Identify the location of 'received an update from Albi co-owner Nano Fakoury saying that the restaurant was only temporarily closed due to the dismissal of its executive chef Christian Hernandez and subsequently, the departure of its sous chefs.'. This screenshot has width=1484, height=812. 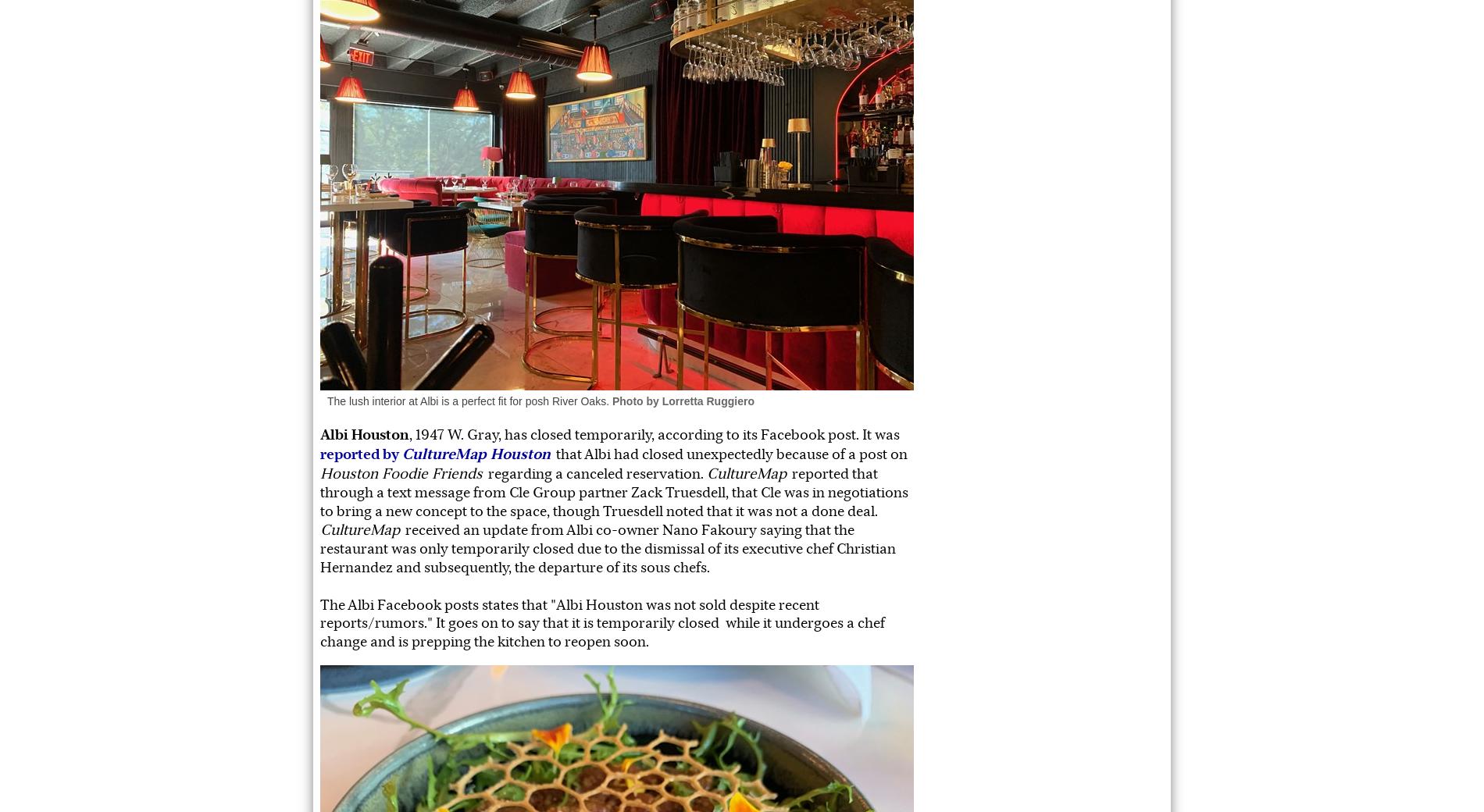
(607, 547).